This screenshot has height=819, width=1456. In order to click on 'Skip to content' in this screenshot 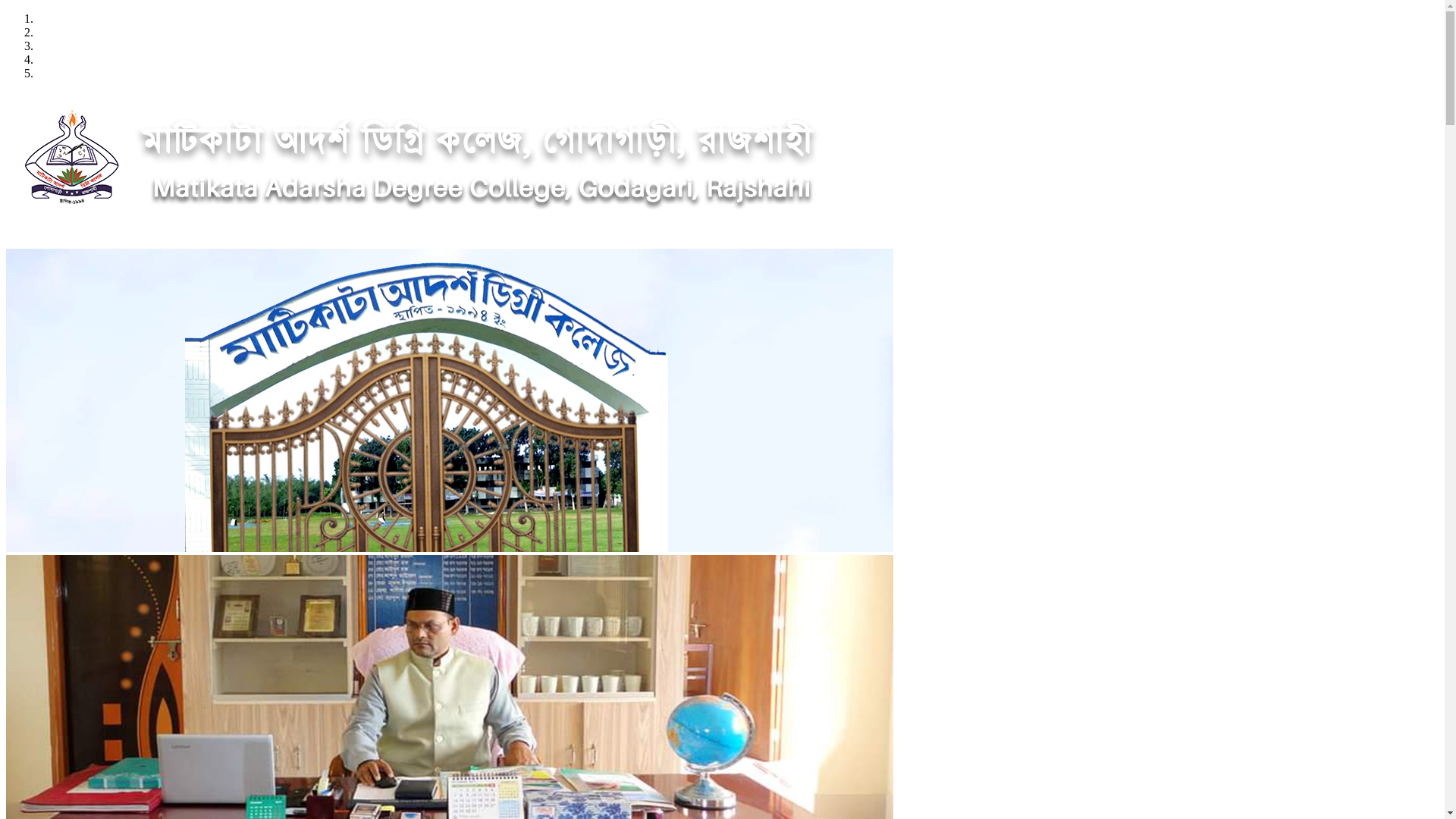, I will do `click(5, 11)`.